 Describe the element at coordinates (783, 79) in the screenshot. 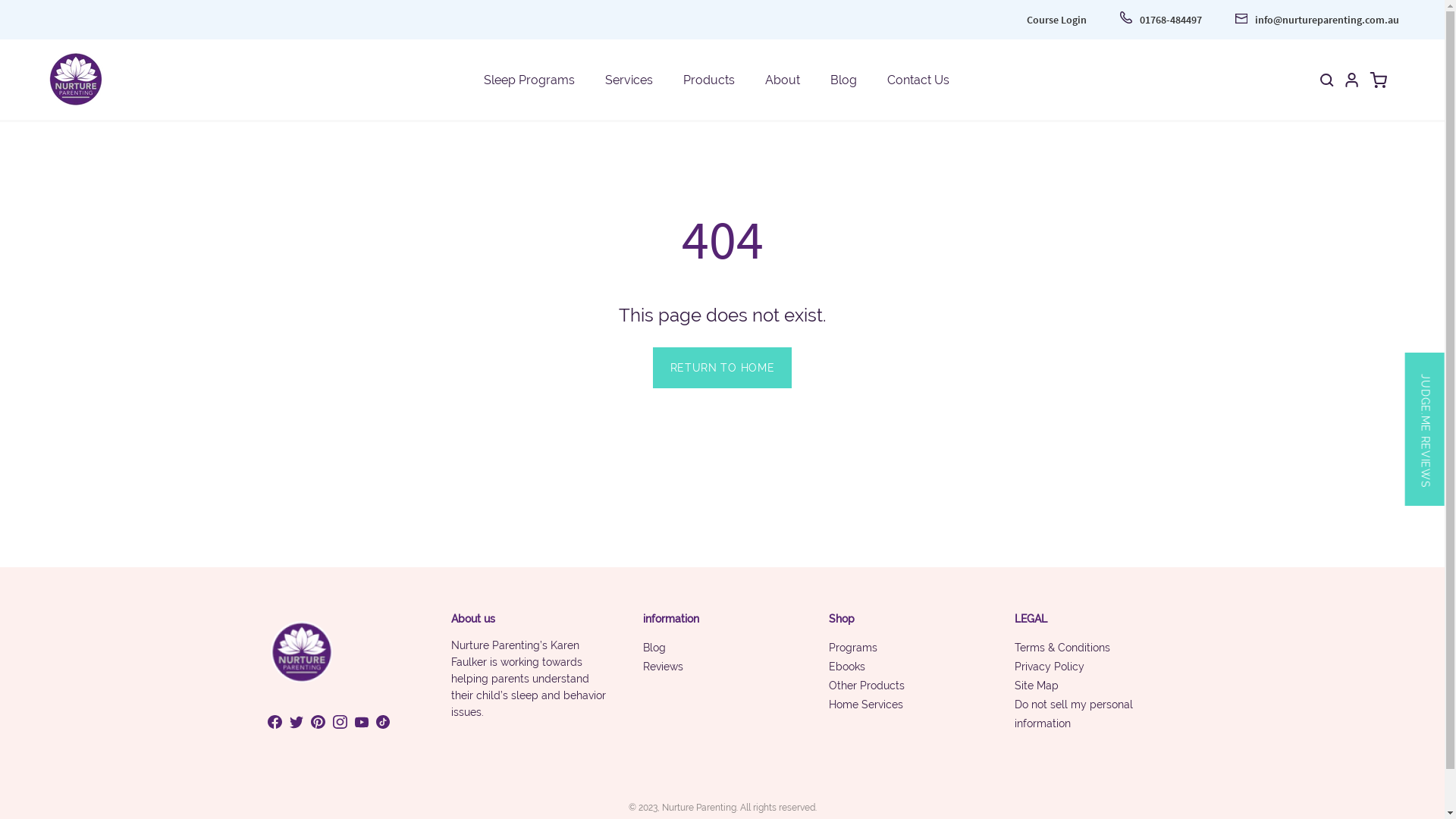

I see `'About'` at that location.